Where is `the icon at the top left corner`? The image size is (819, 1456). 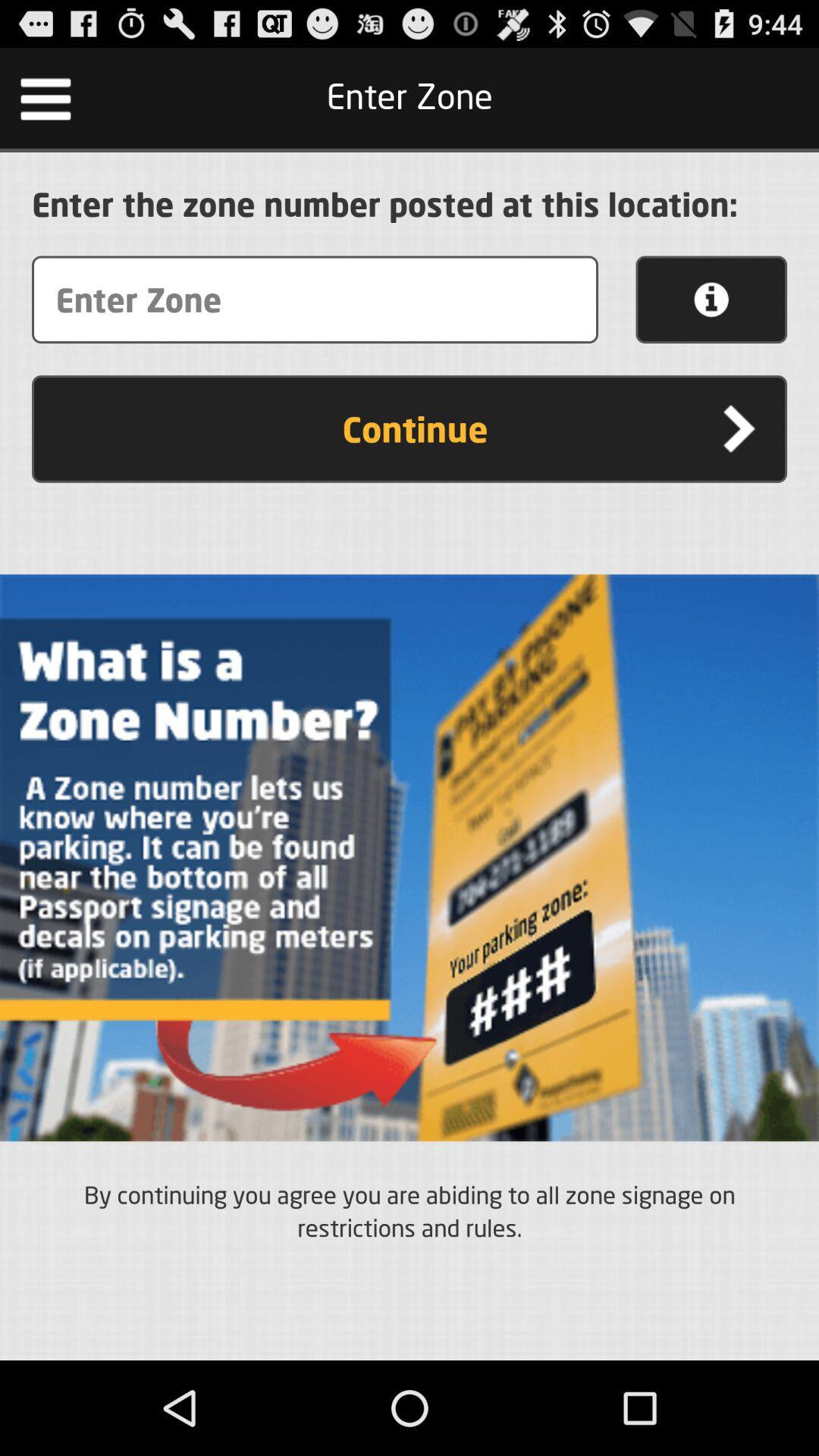 the icon at the top left corner is located at coordinates (45, 97).